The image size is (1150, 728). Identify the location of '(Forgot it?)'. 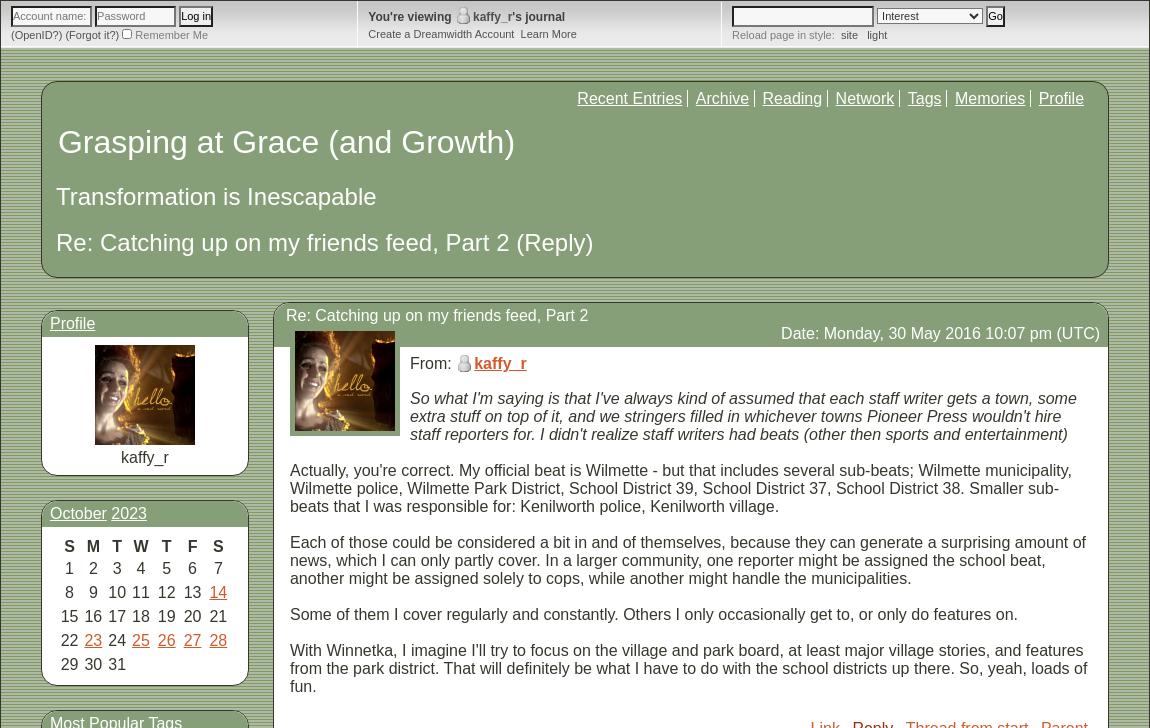
(63, 33).